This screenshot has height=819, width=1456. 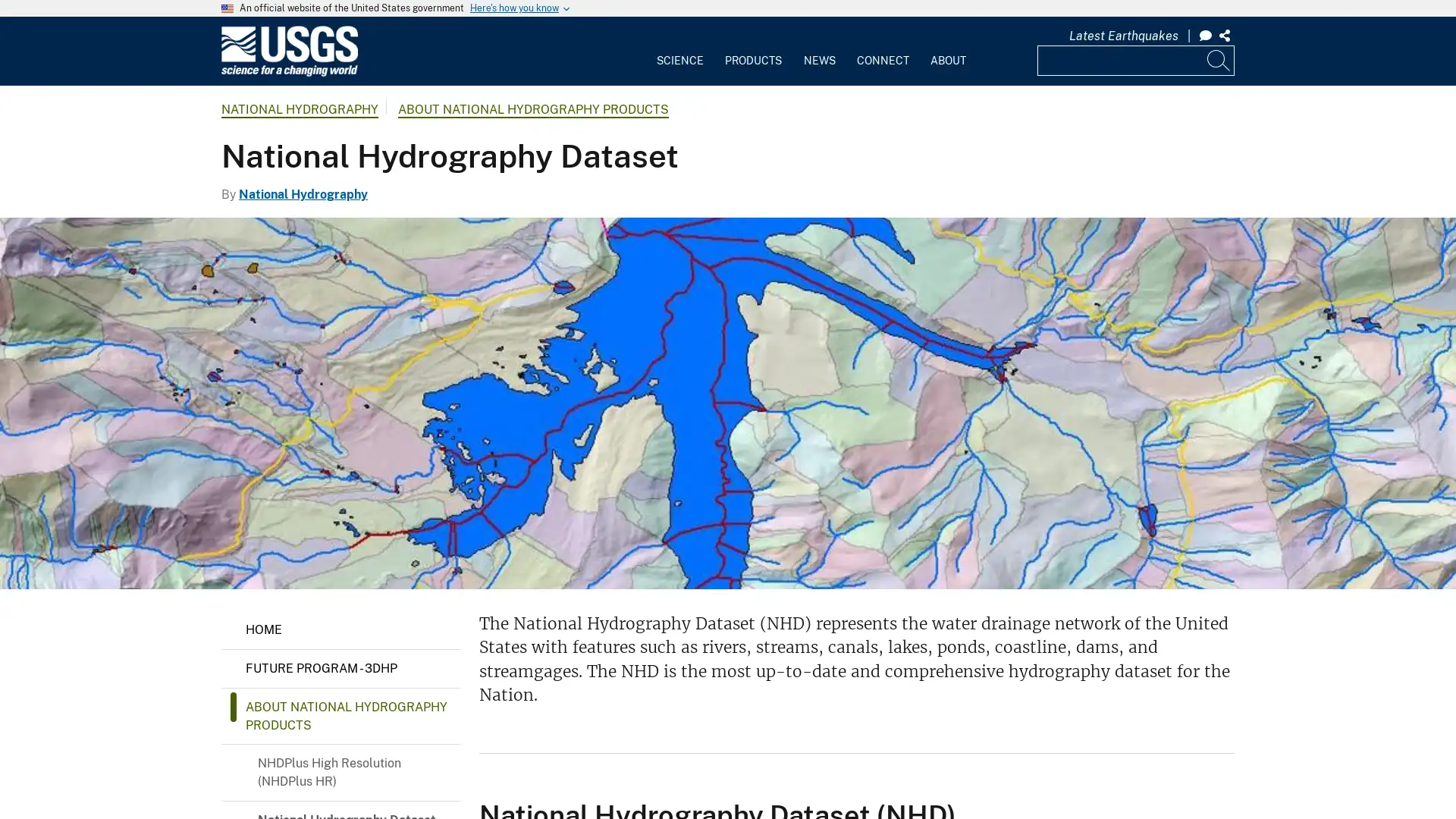 I want to click on Here's how you know, so click(x=514, y=8).